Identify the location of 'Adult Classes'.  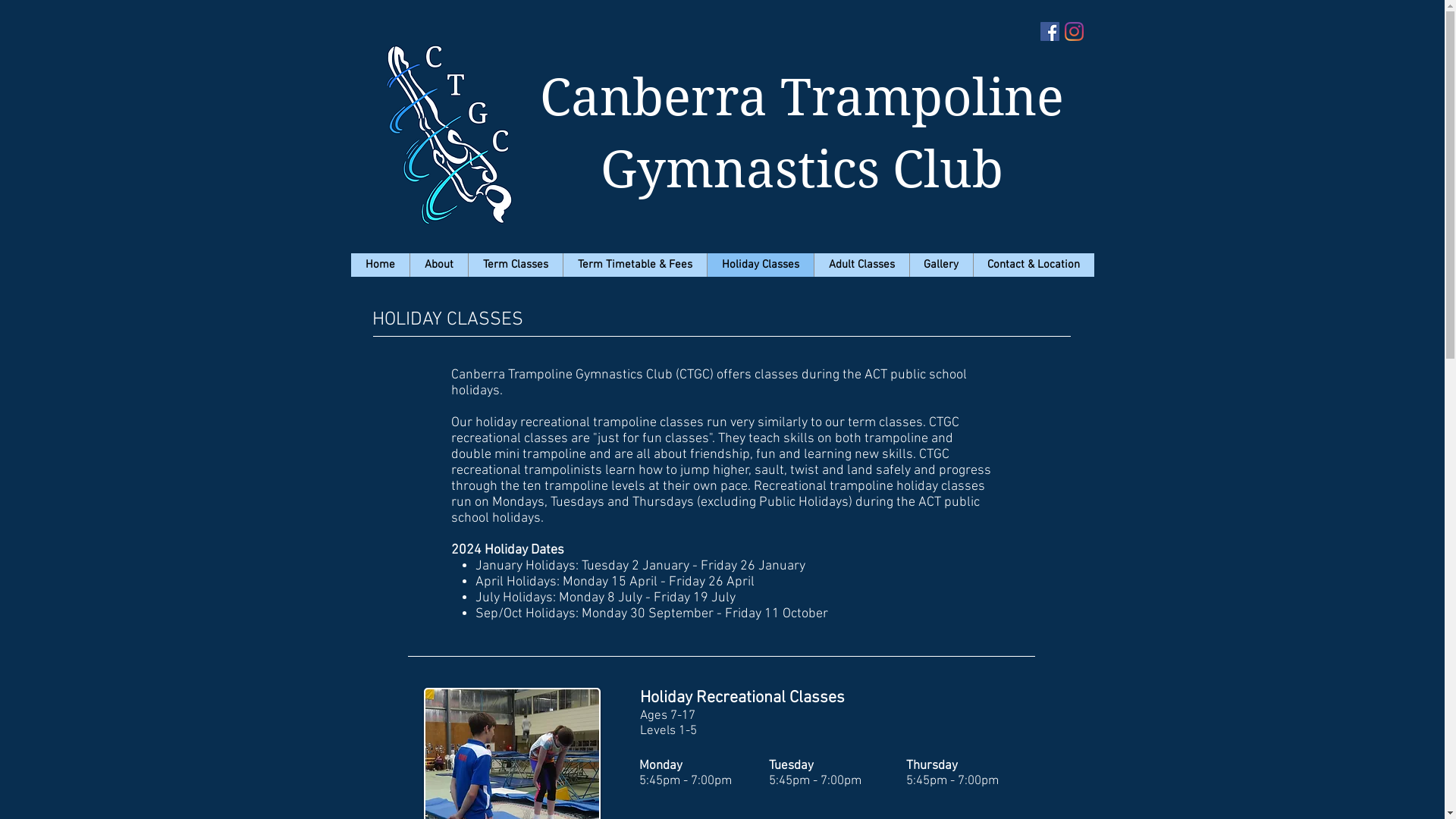
(860, 264).